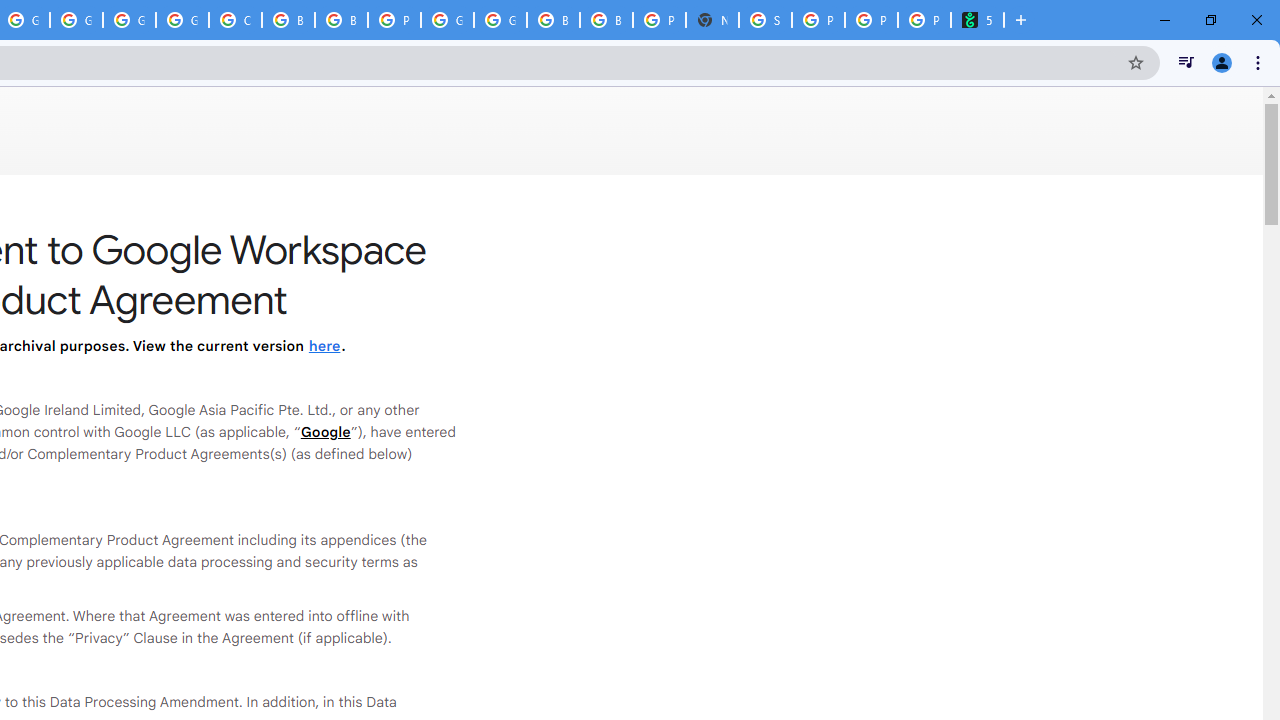 This screenshot has height=720, width=1280. What do you see at coordinates (712, 20) in the screenshot?
I see `'New Tab'` at bounding box center [712, 20].